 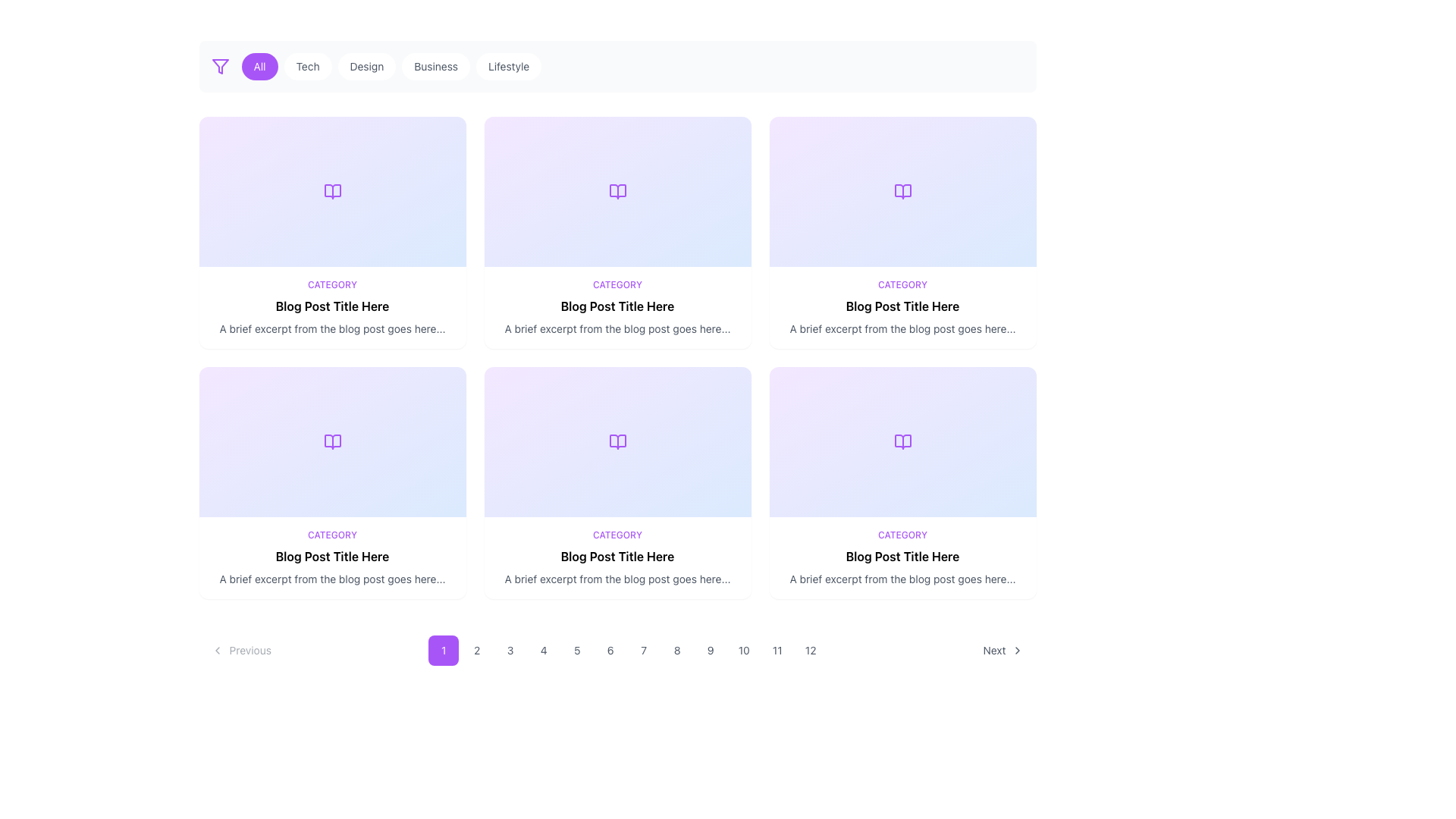 I want to click on categorical text label positioned above the title 'Blog Post Title Here' in the card layout, so click(x=617, y=284).